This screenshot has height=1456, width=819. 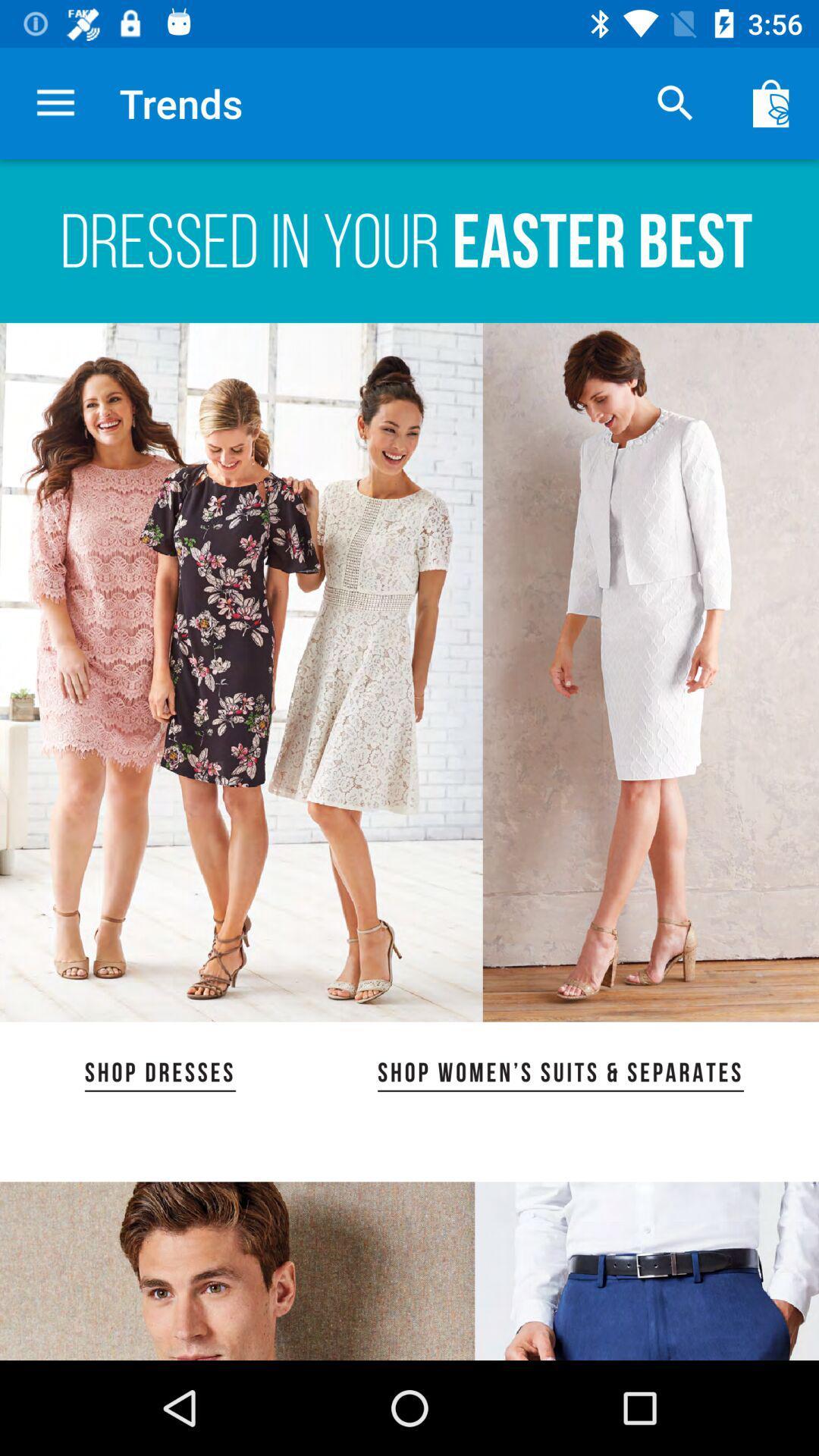 I want to click on the app next to the trends item, so click(x=55, y=102).